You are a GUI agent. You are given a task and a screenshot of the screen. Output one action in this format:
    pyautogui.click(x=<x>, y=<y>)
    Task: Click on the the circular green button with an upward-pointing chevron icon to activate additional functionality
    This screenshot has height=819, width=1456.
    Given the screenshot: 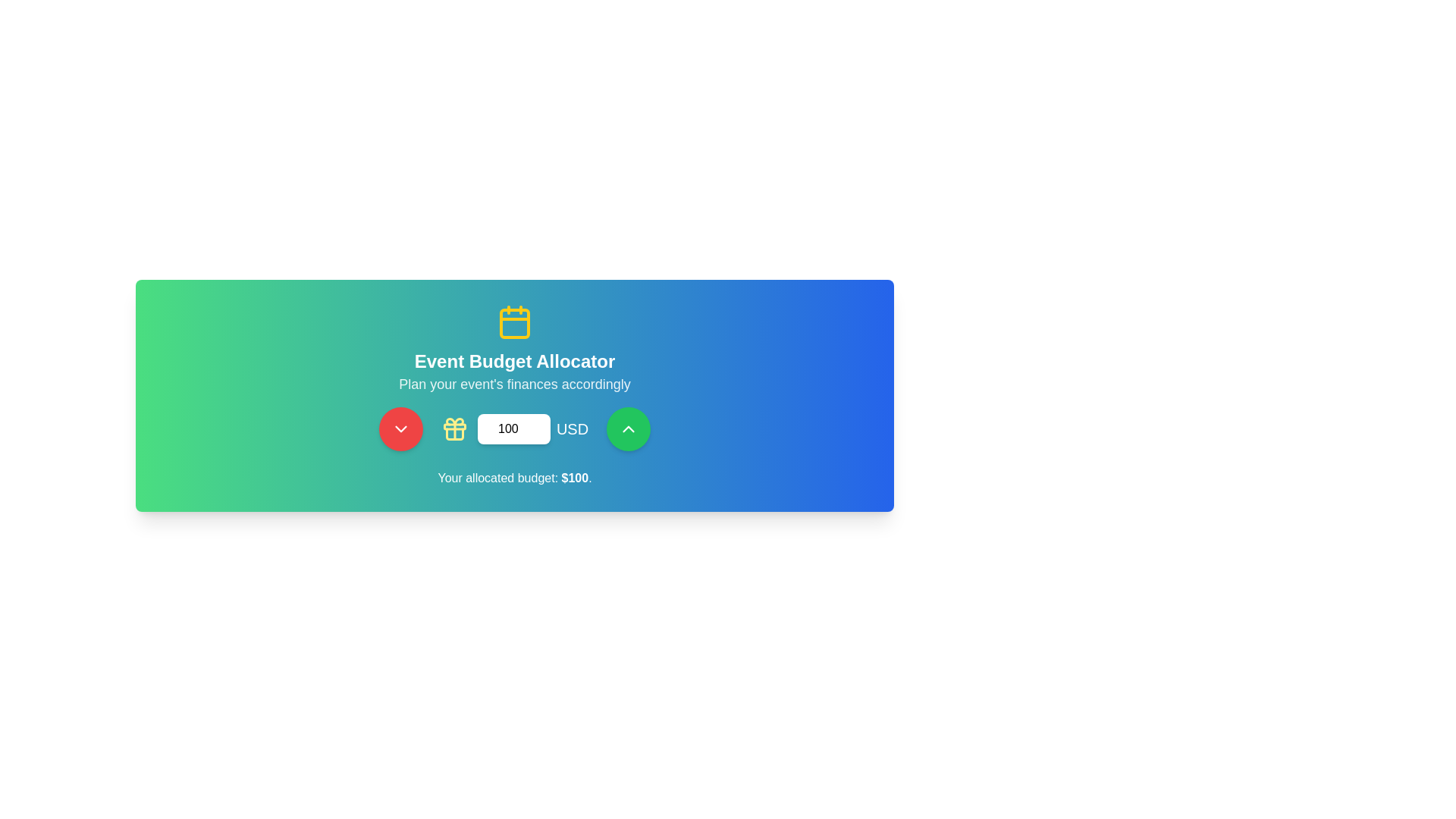 What is the action you would take?
    pyautogui.click(x=629, y=429)
    